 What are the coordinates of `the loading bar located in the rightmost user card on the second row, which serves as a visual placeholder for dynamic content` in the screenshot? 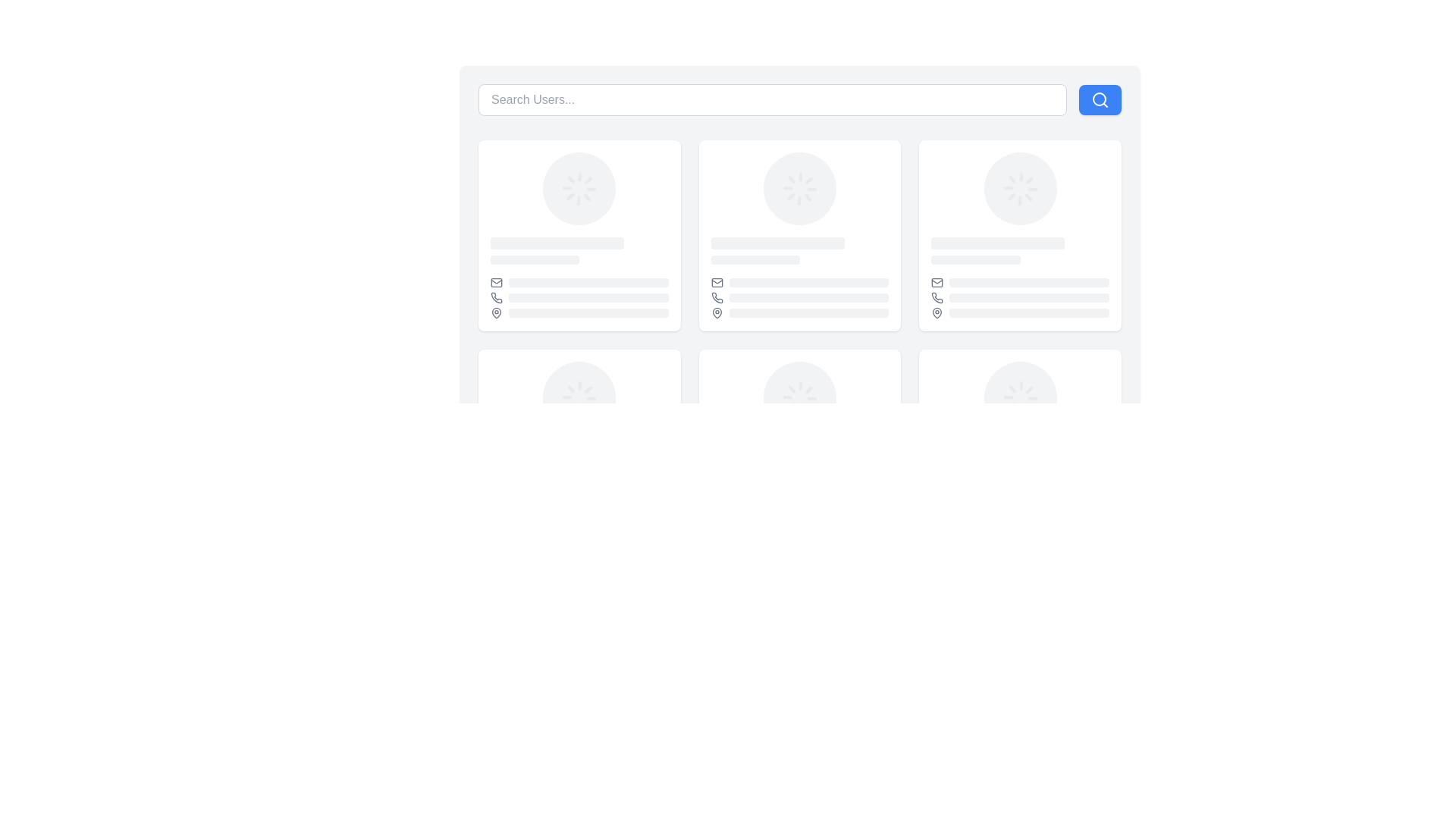 It's located at (1029, 312).